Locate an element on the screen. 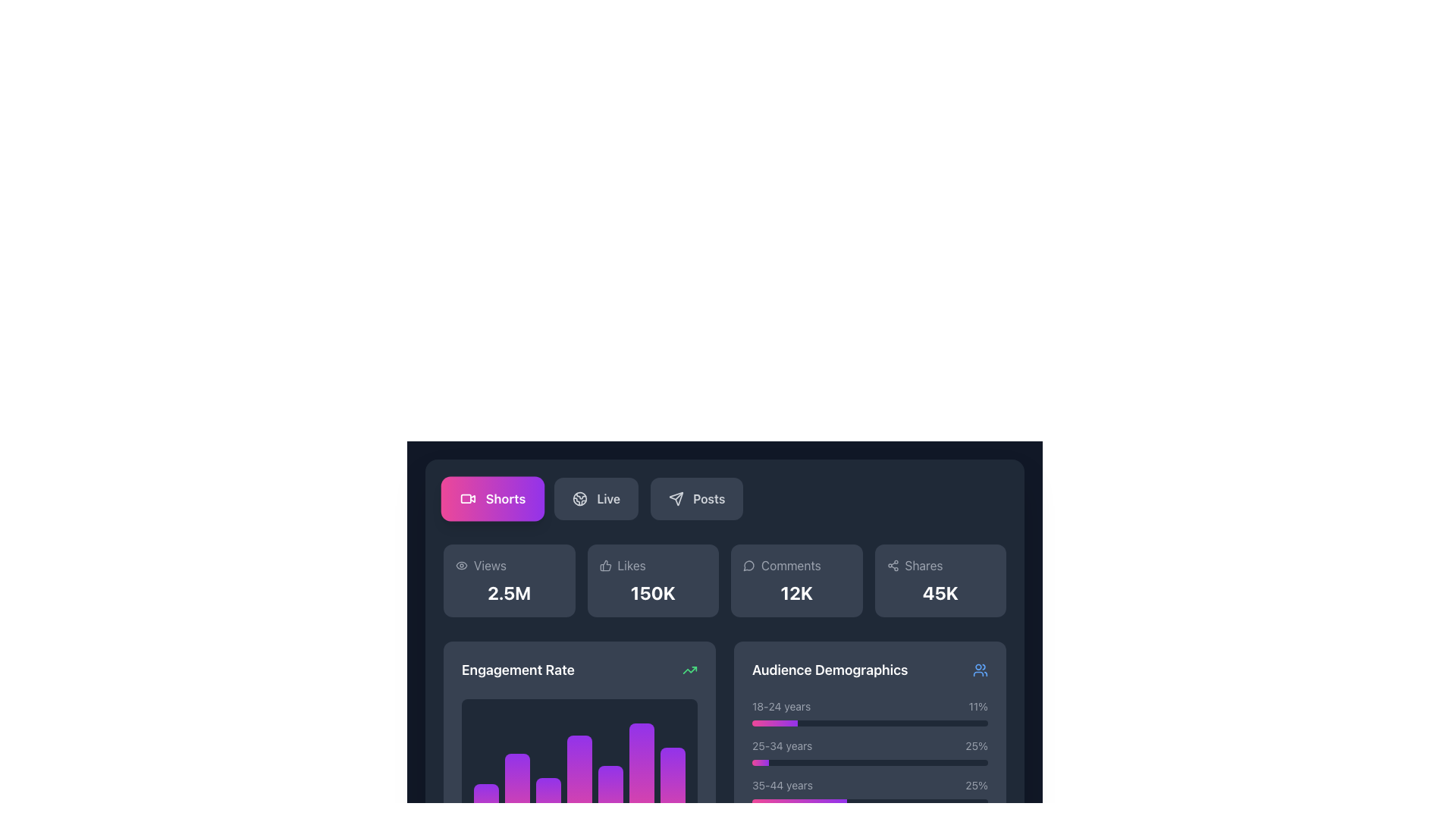  the upward-trending line icon in the Engagement Rate panel is located at coordinates (689, 669).